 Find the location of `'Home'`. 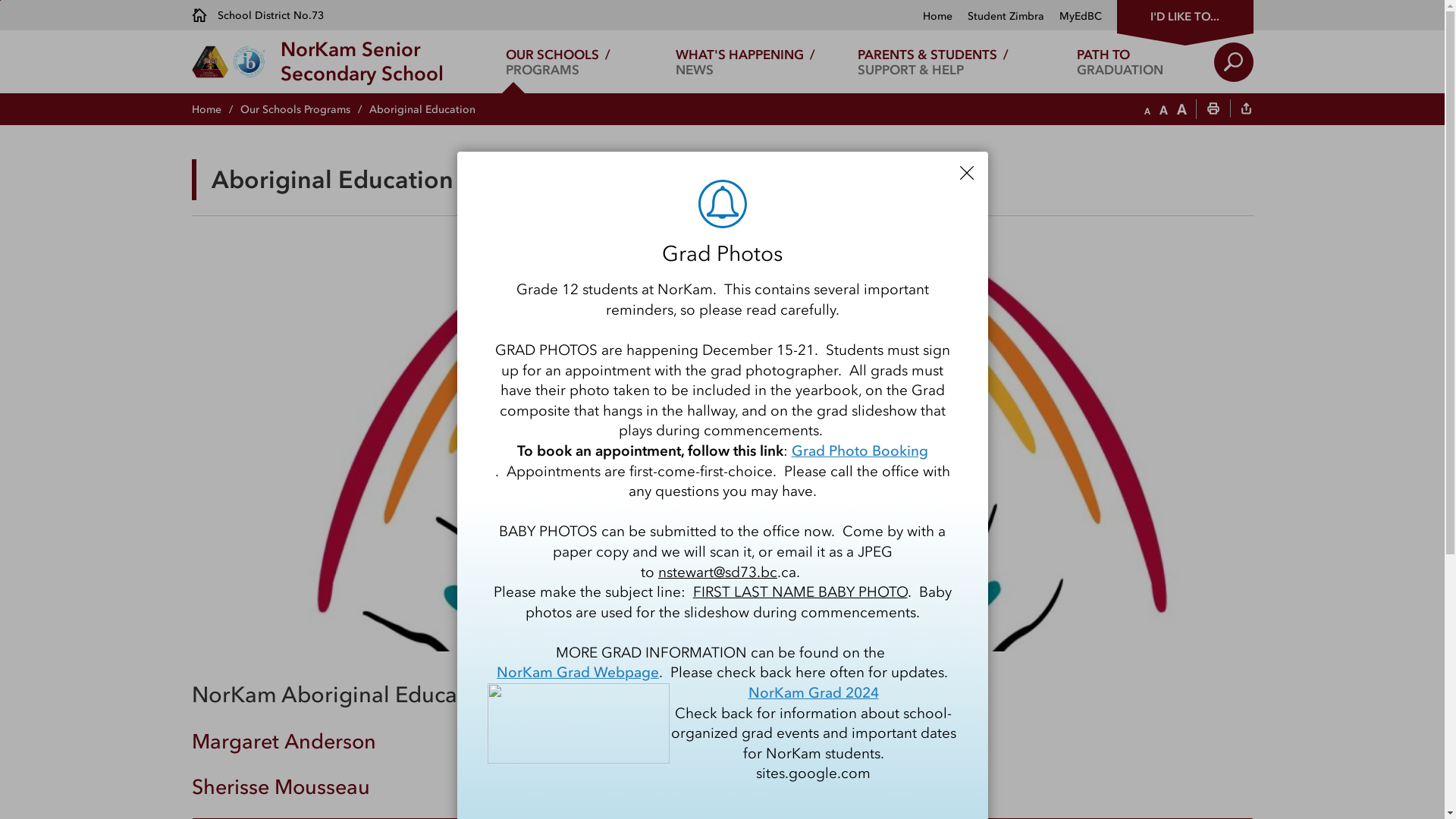

'Home' is located at coordinates (214, 108).